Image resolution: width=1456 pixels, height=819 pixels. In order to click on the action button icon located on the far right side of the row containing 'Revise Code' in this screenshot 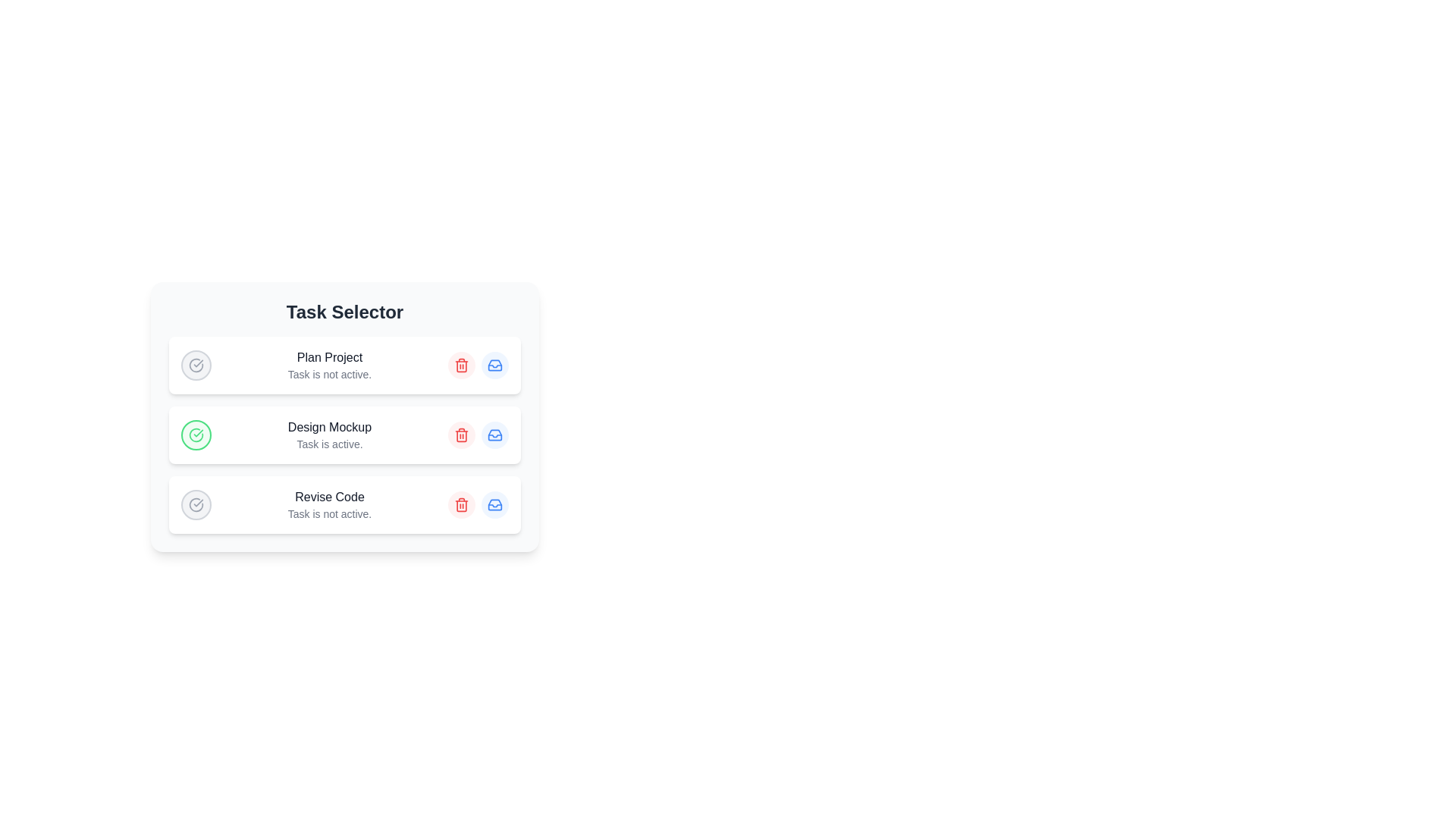, I will do `click(494, 505)`.